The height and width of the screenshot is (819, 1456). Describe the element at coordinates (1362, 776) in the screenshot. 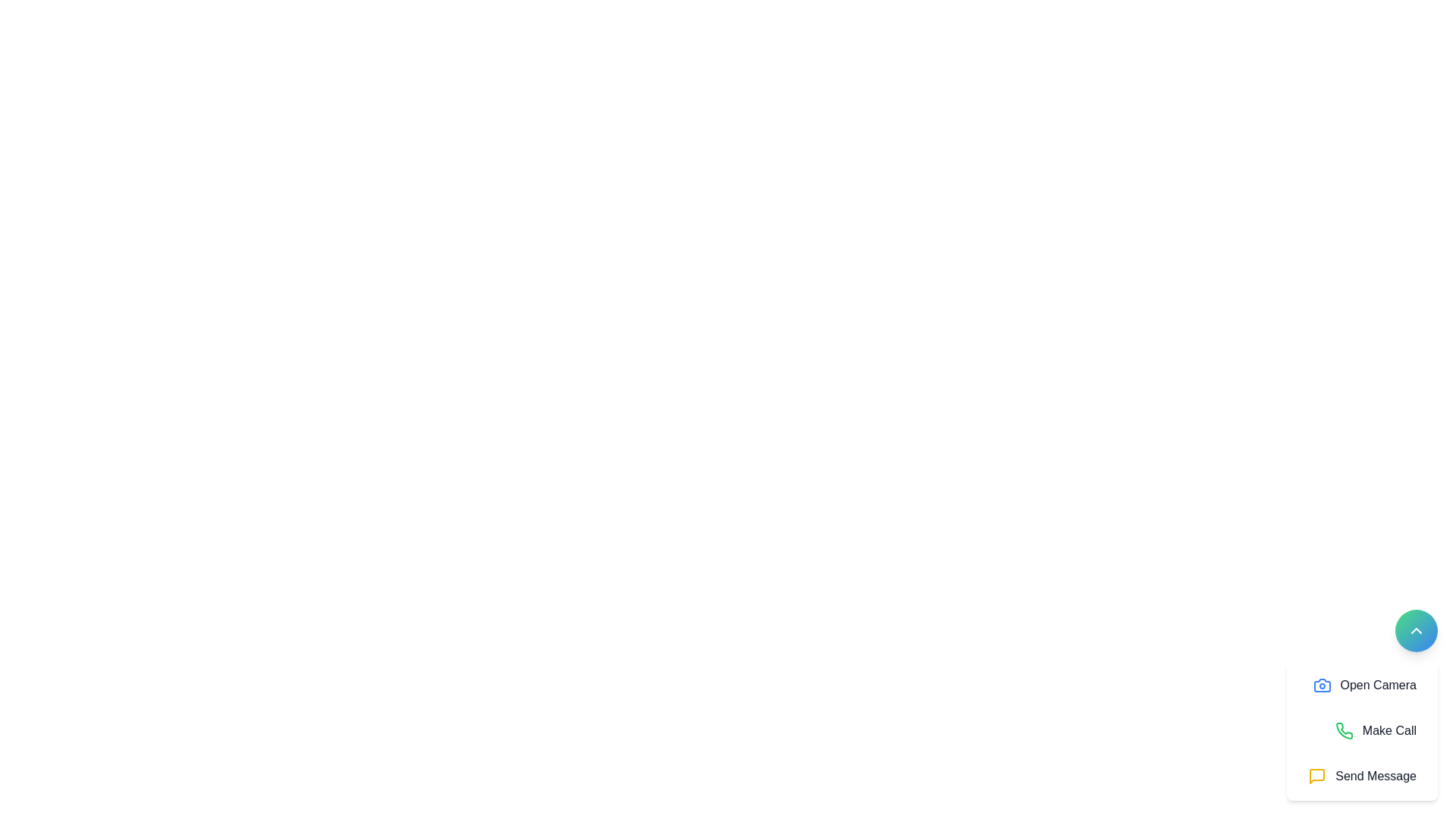

I see `the 'Send Message' button, which is the last button in a vertical list of options` at that location.